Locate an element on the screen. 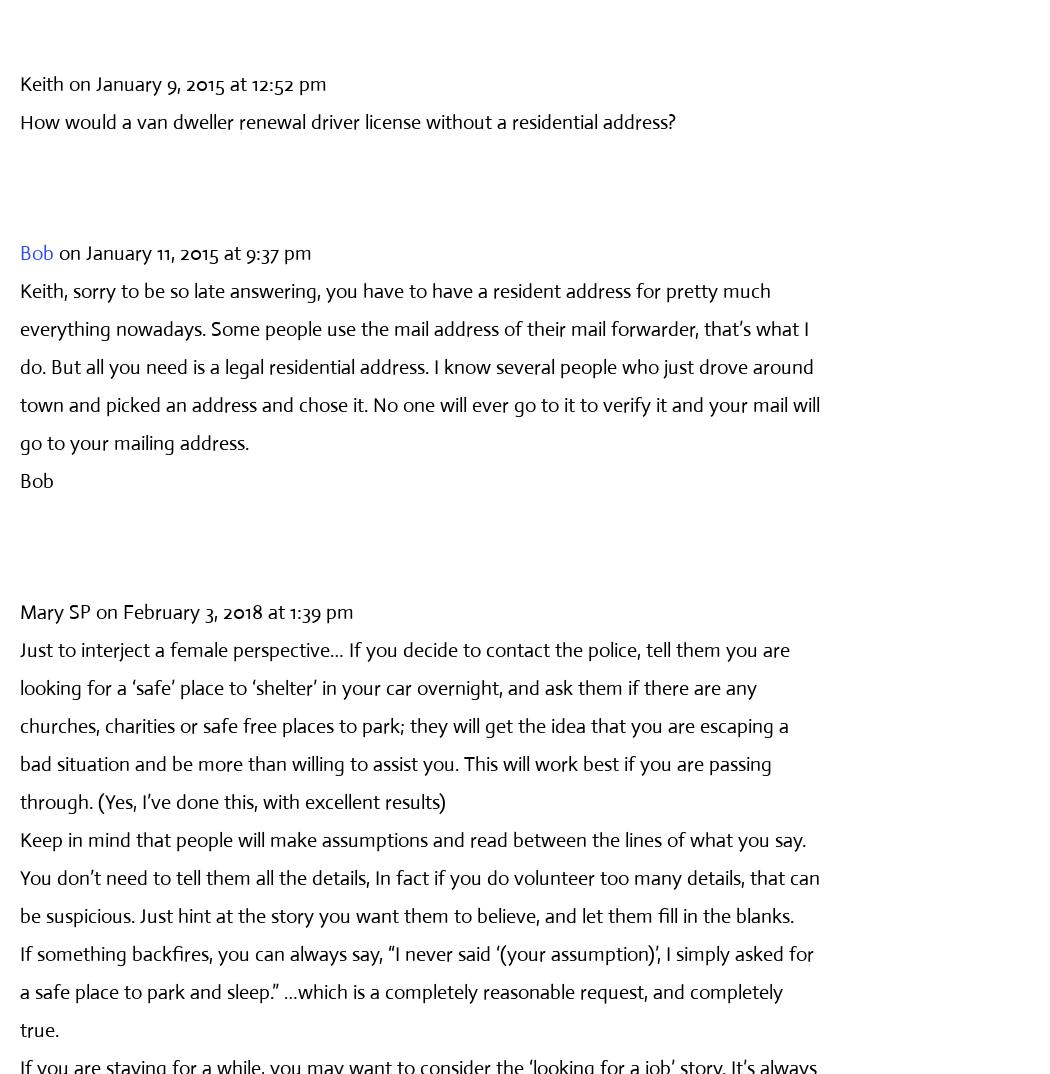  'Just to interject a female perspective… If you decide to contact the police, tell them you are looking for a ‘safe’ place to ‘shelter’ in your car overnight, and ask them if there are any churches, charities or safe free places to park; they will get the idea that you are escaping a bad situation and be more than willing to assist you. This will work best if you are passing through. (Yes, I’ve done this, with excellent results)' is located at coordinates (19, 725).